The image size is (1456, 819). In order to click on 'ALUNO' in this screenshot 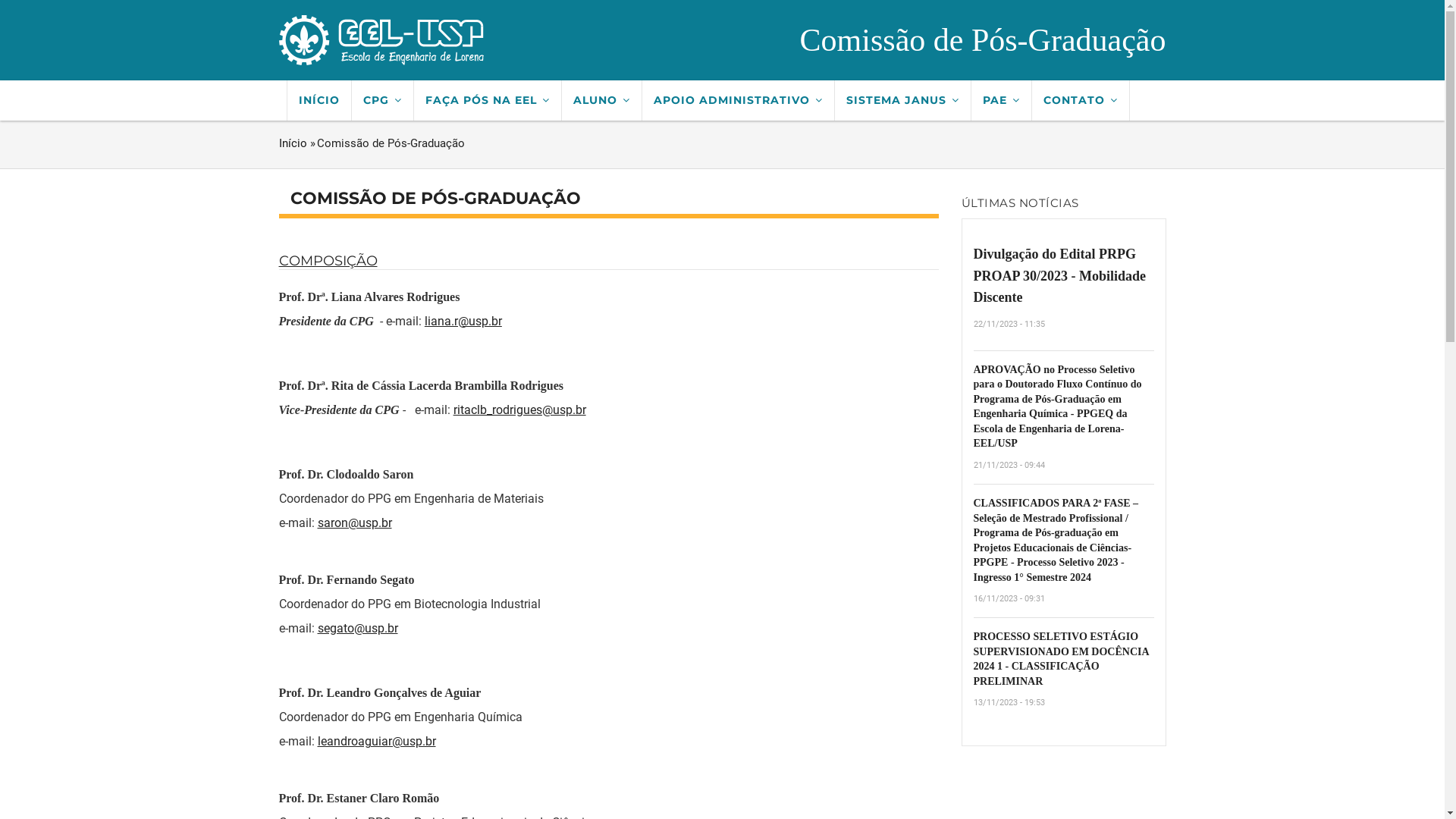, I will do `click(600, 100)`.